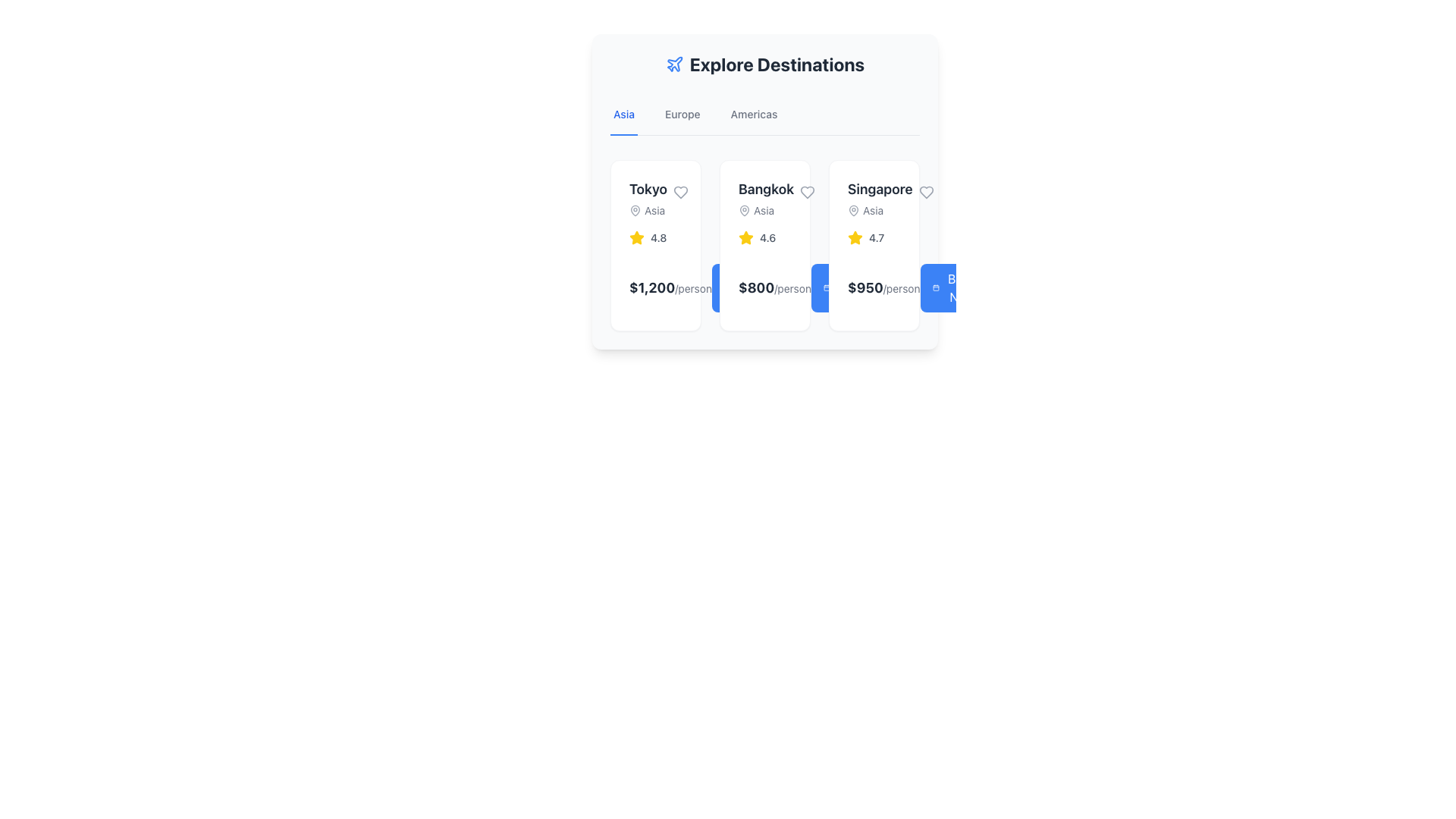 This screenshot has height=819, width=1456. Describe the element at coordinates (775, 288) in the screenshot. I see `the static text label displaying the pricing value '$800/person', which is centrally located within the second card of the destination cards` at that location.